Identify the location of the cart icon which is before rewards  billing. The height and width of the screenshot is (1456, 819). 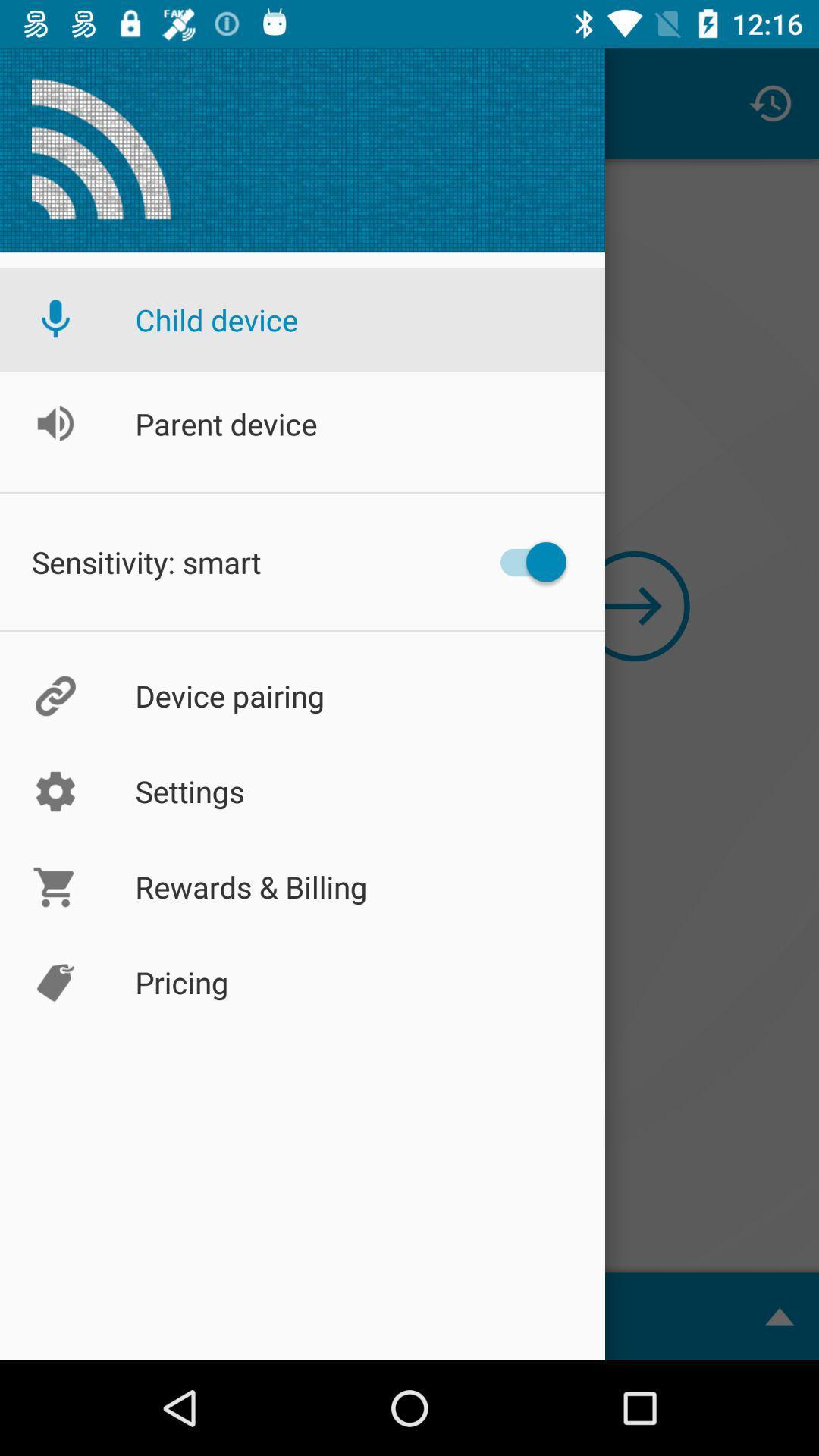
(55, 887).